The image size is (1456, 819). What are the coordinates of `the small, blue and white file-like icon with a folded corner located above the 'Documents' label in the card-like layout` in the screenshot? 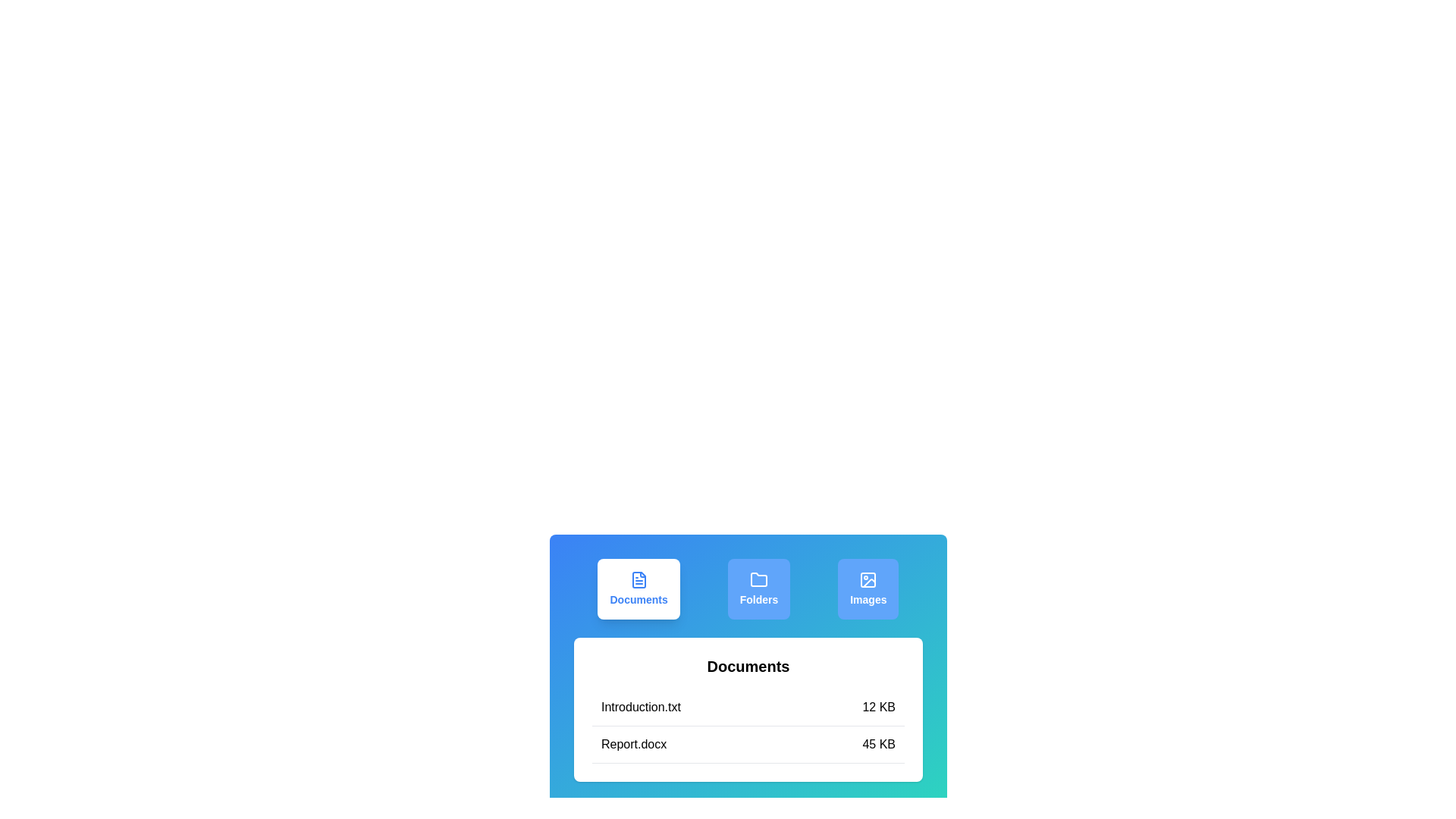 It's located at (639, 579).